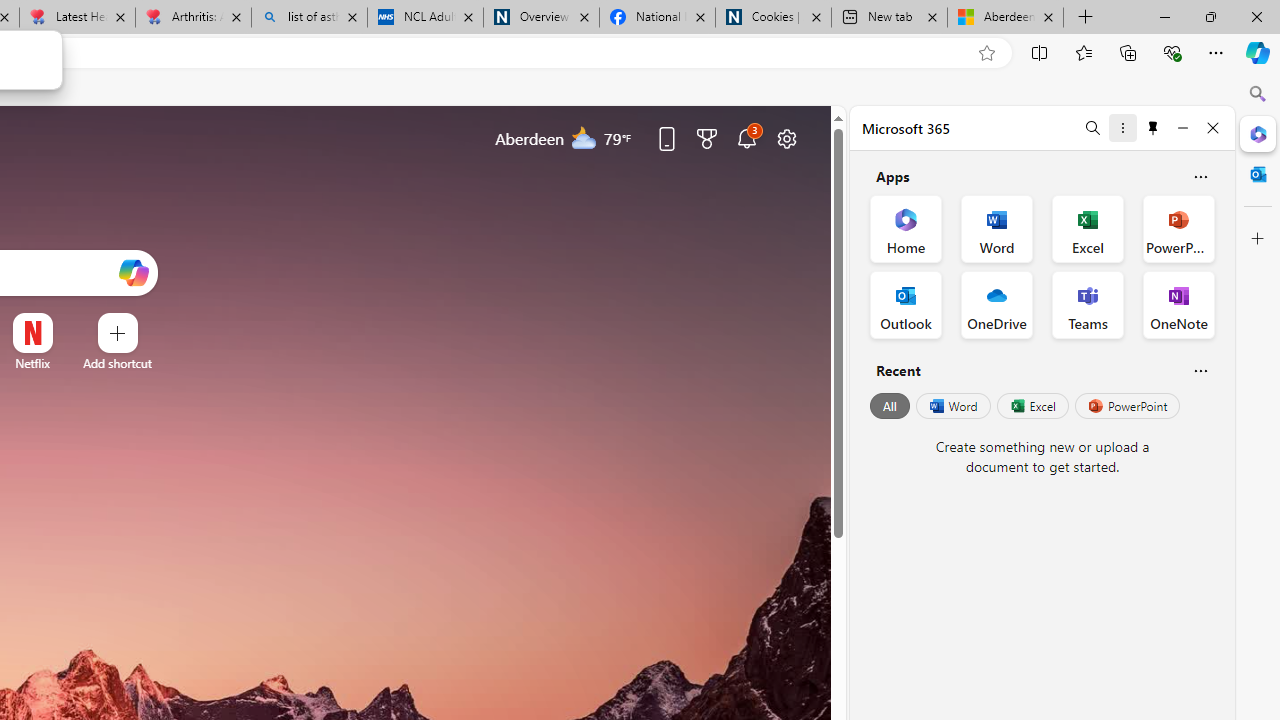 This screenshot has height=720, width=1280. Describe the element at coordinates (583, 136) in the screenshot. I see `'Mostly cloudy'` at that location.